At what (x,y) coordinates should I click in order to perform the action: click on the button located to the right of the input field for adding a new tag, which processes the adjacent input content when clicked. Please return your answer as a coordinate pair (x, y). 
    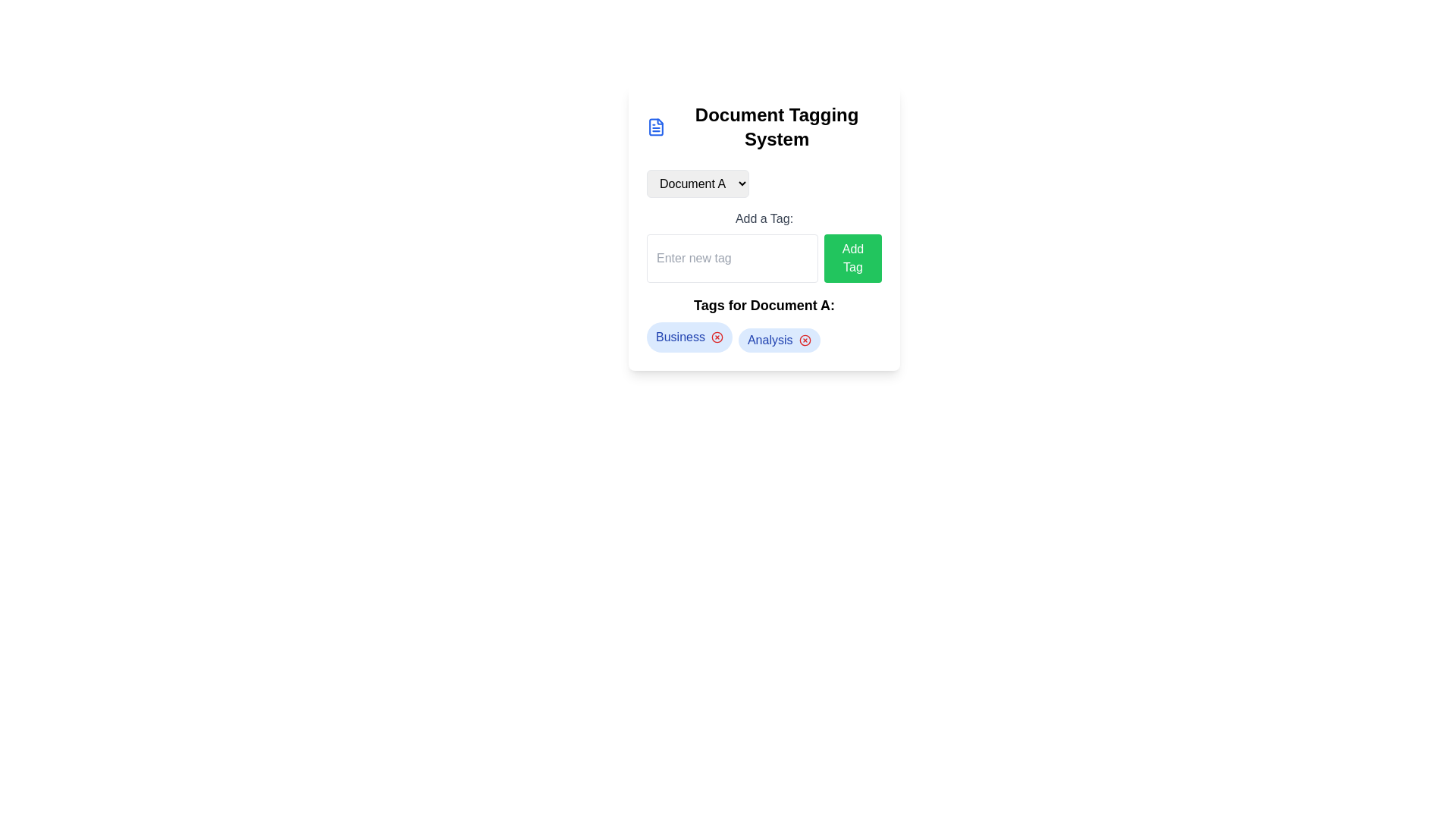
    Looking at the image, I should click on (852, 257).